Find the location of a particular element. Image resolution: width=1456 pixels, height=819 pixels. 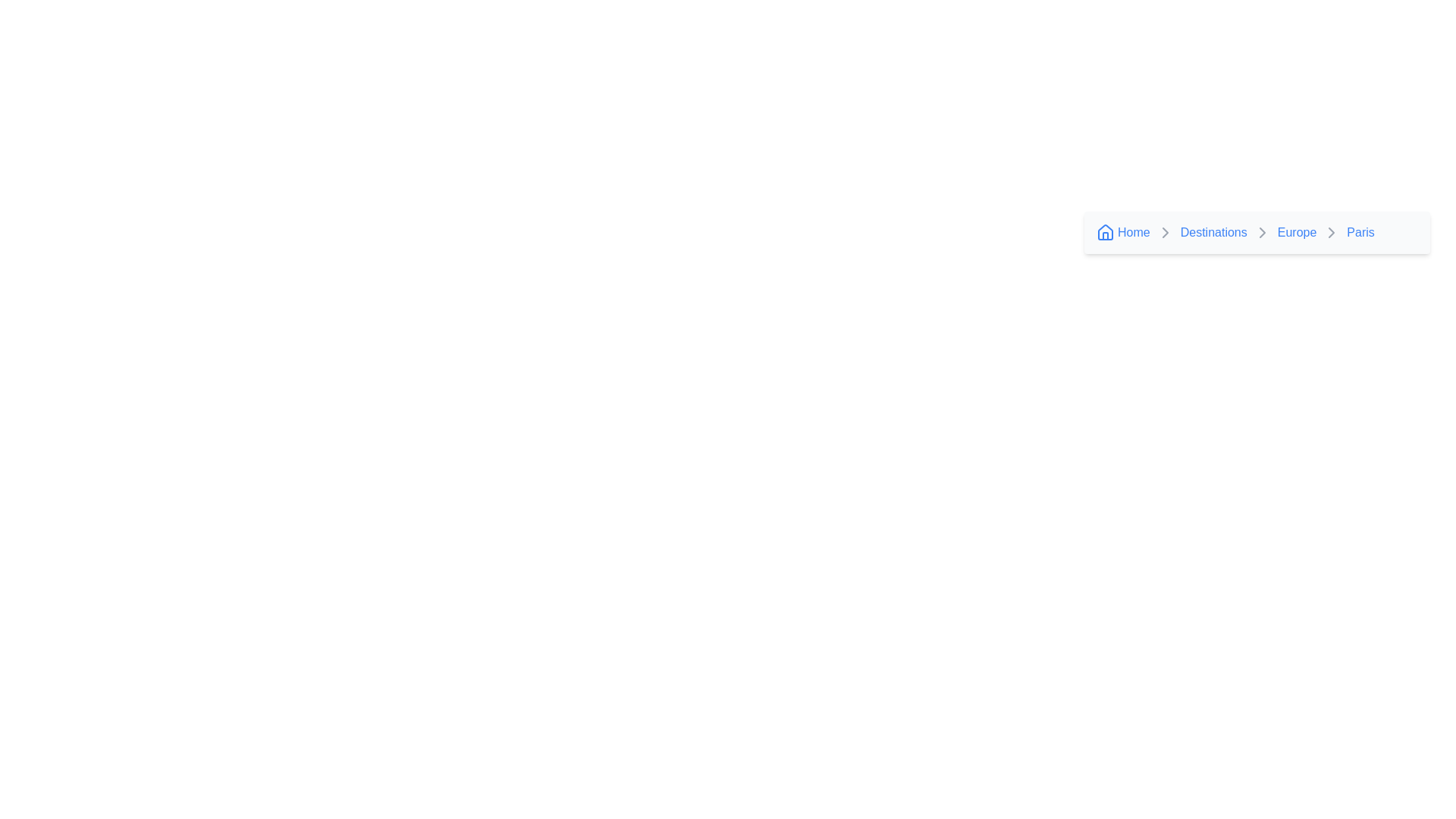

the house-shaped SVG icon located to the left of the breadcrumb navigation text is located at coordinates (1106, 233).